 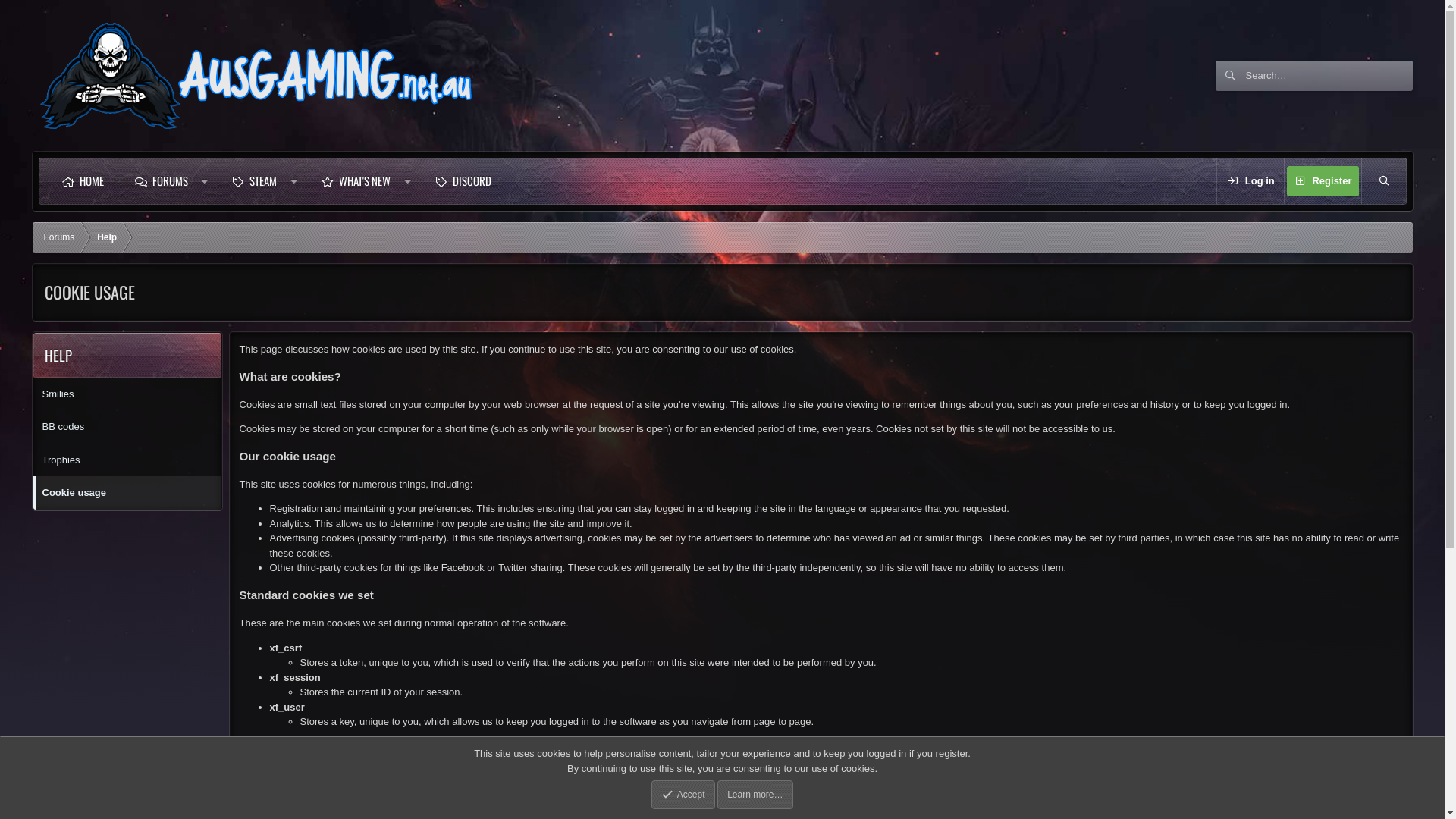 What do you see at coordinates (462, 180) in the screenshot?
I see `'DISCORD'` at bounding box center [462, 180].